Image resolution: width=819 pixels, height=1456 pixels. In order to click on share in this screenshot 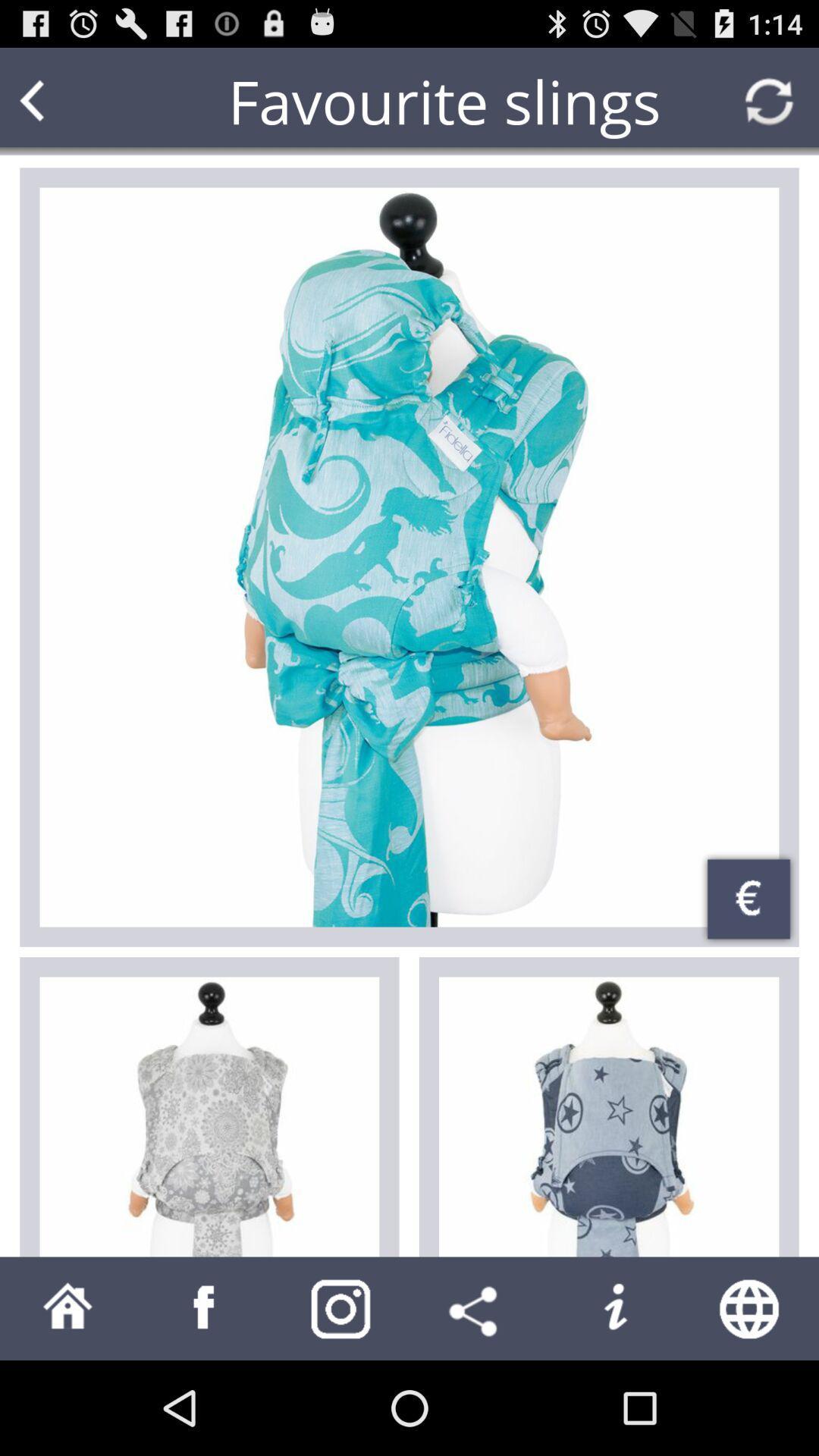, I will do `click(476, 1307)`.